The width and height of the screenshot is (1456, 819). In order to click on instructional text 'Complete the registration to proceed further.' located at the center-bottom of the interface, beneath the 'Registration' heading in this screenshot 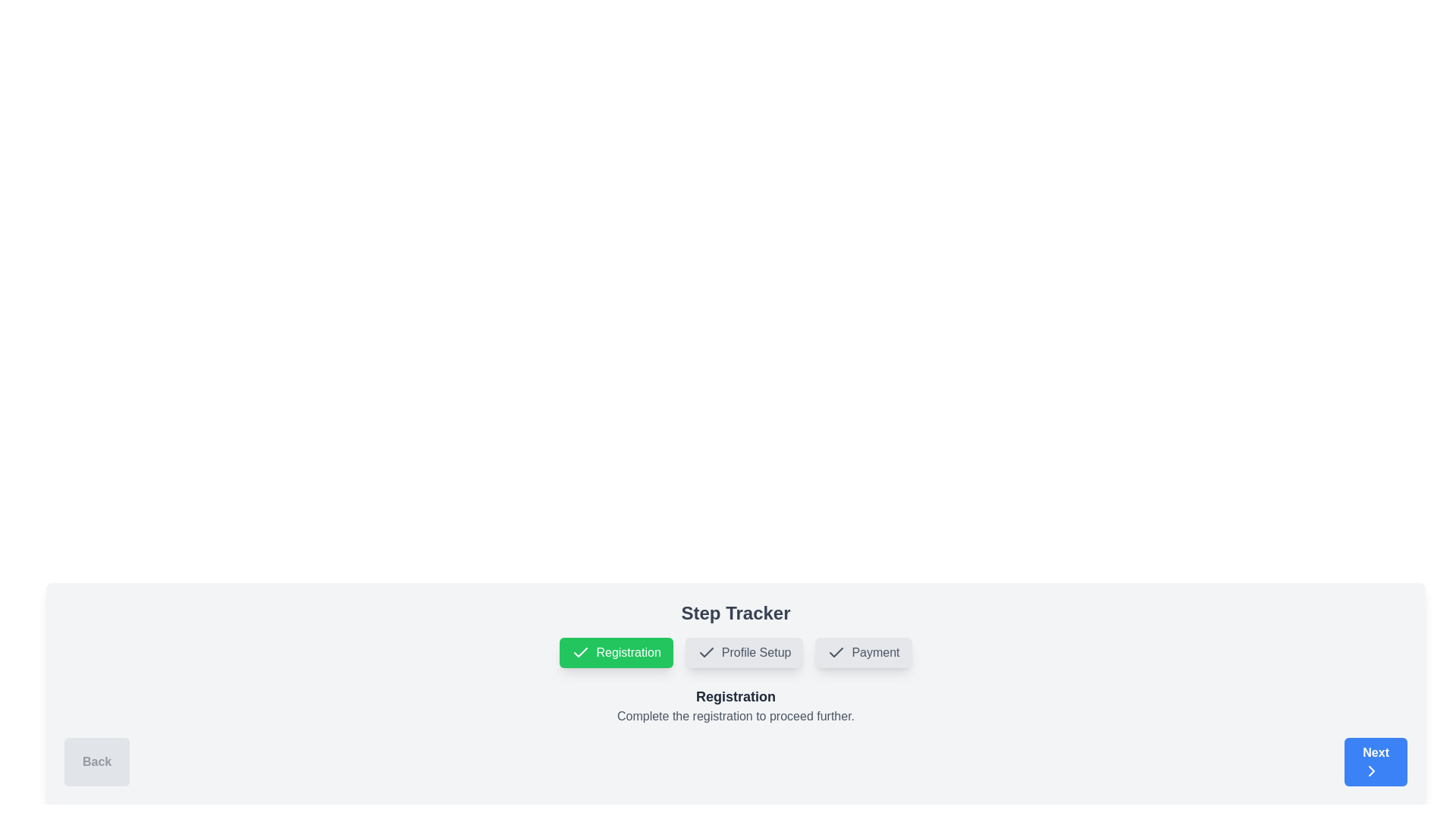, I will do `click(736, 717)`.